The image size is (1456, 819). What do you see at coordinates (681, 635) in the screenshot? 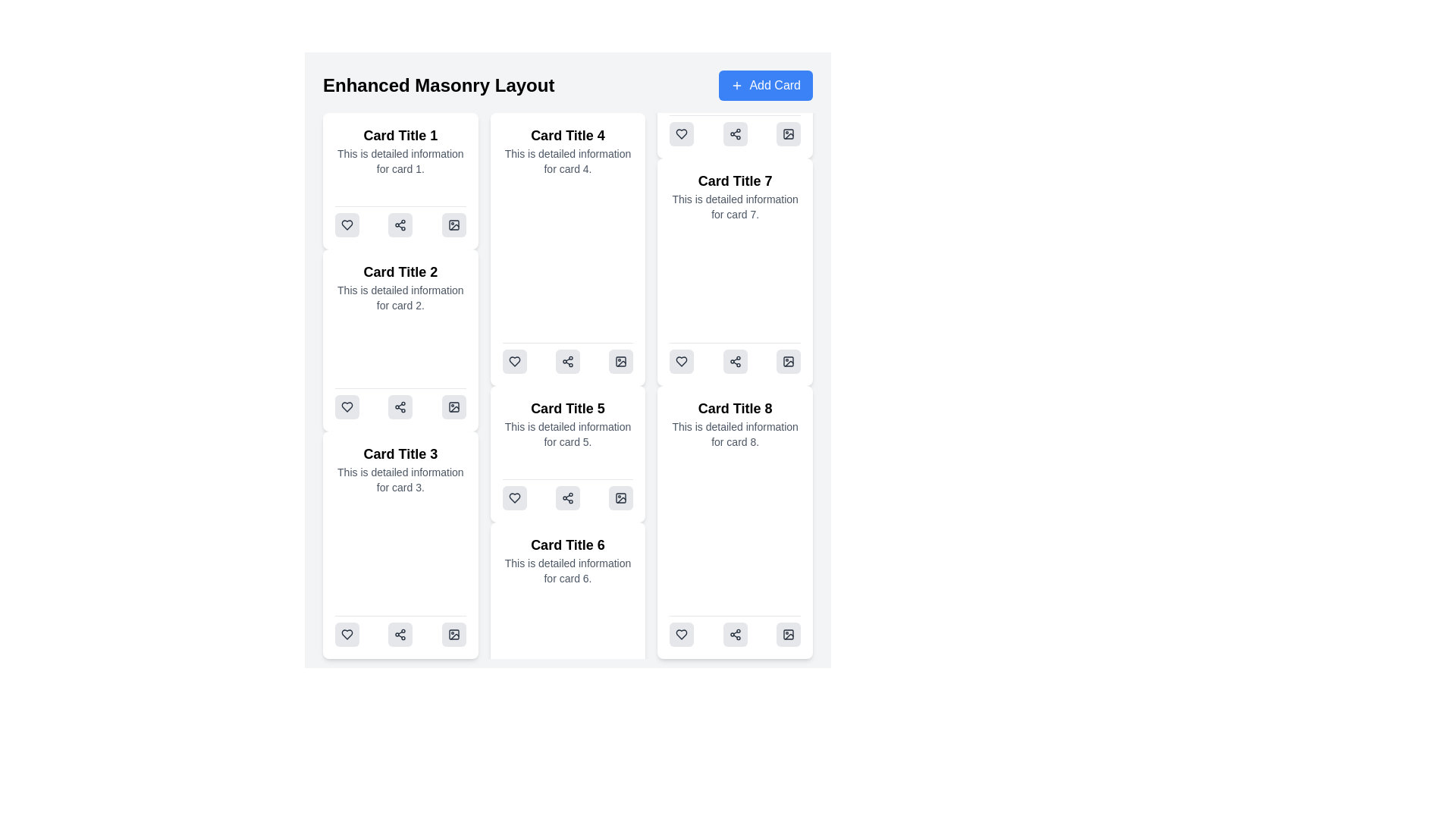
I see `the heart-shaped icon button located in the bottom-left section of the card labeled 'Card Title 8'` at bounding box center [681, 635].